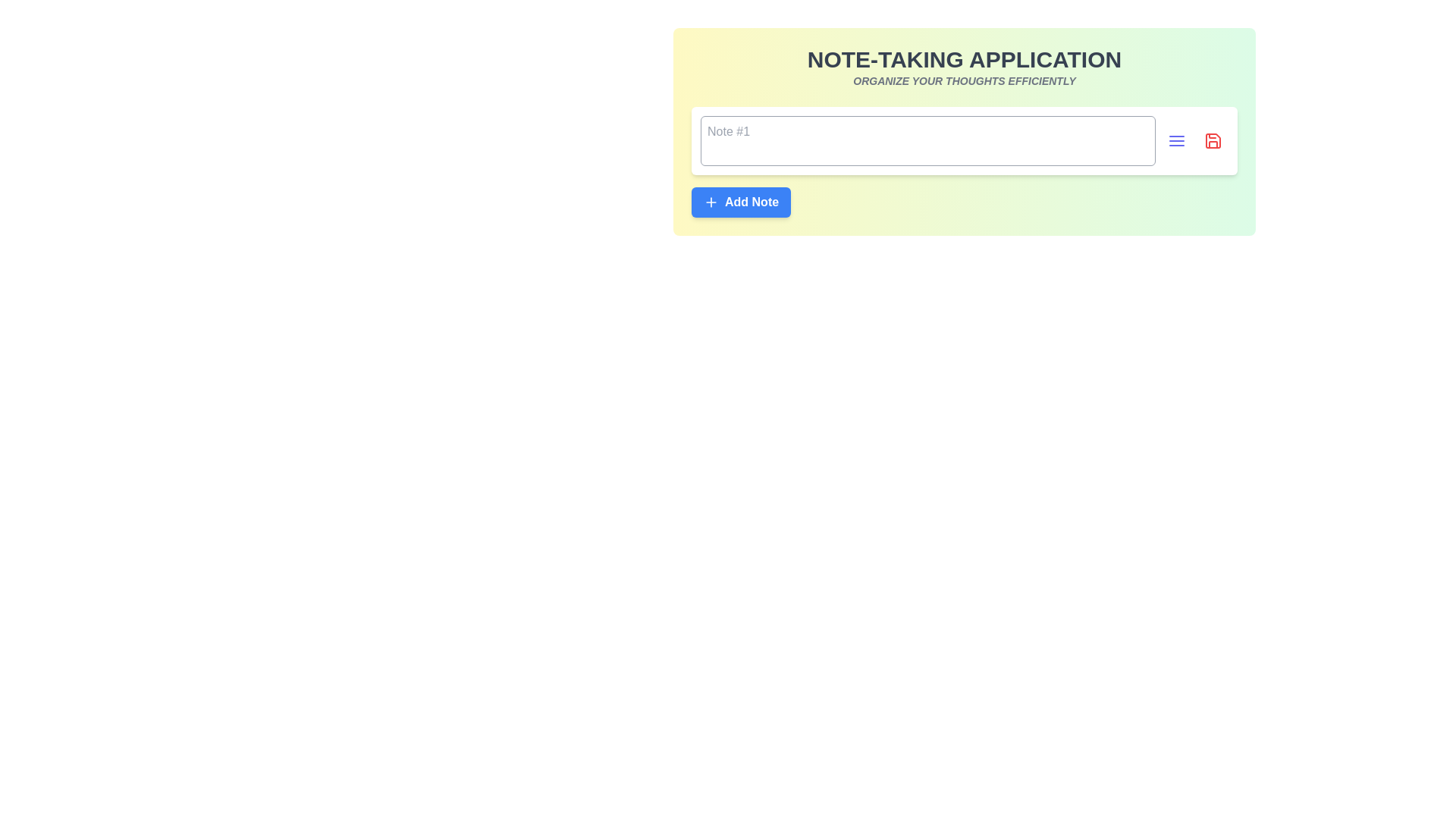 The image size is (1456, 819). I want to click on the clickable icon button represented by three stacked horizontal lines, which is located to the left of the red delete button, so click(1175, 140).